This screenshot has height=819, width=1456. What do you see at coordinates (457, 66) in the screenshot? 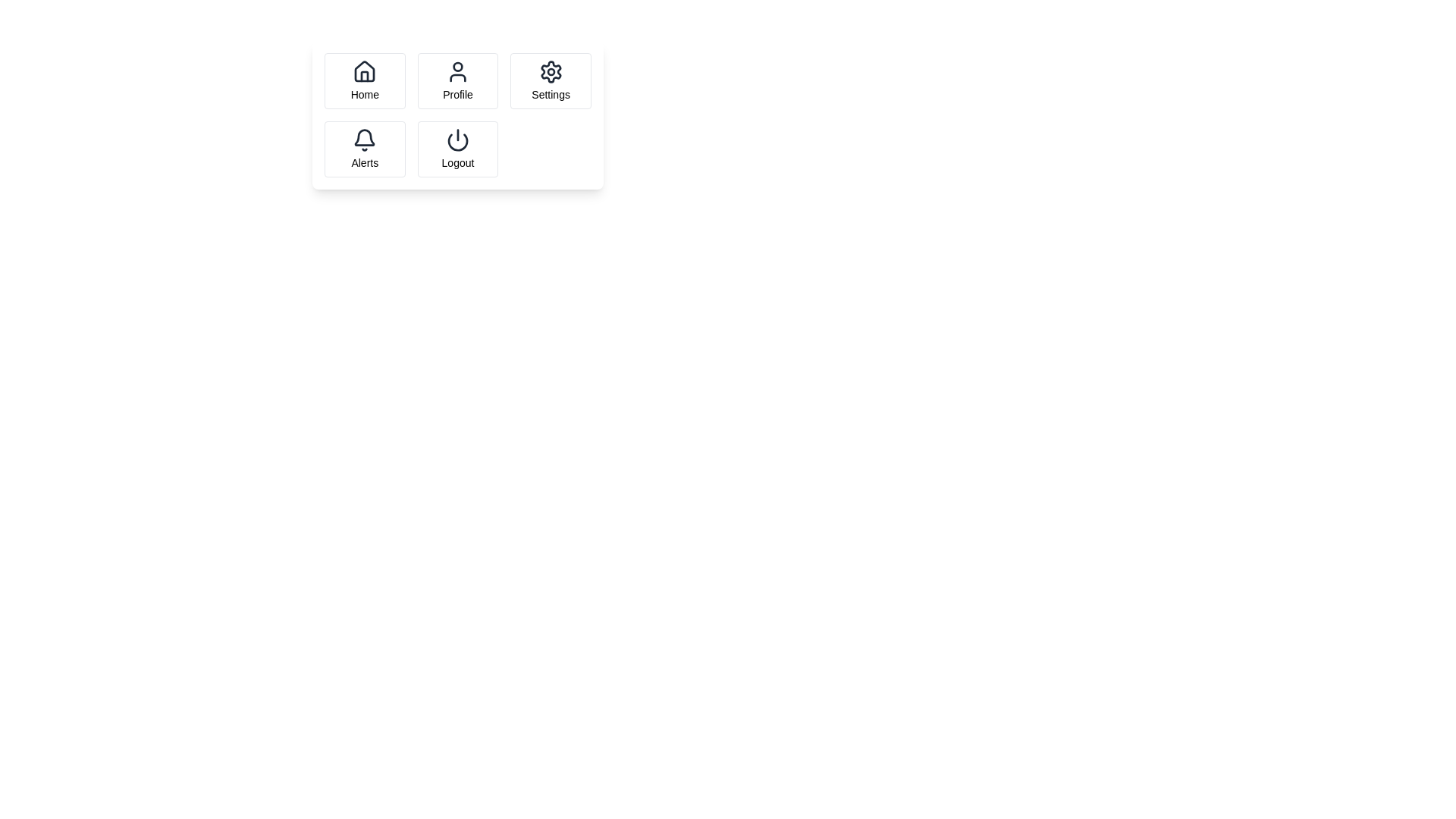
I see `the circular avatar icon located at the center of the user profile SVG element, positioned in the first row and second column of the grid layout` at bounding box center [457, 66].